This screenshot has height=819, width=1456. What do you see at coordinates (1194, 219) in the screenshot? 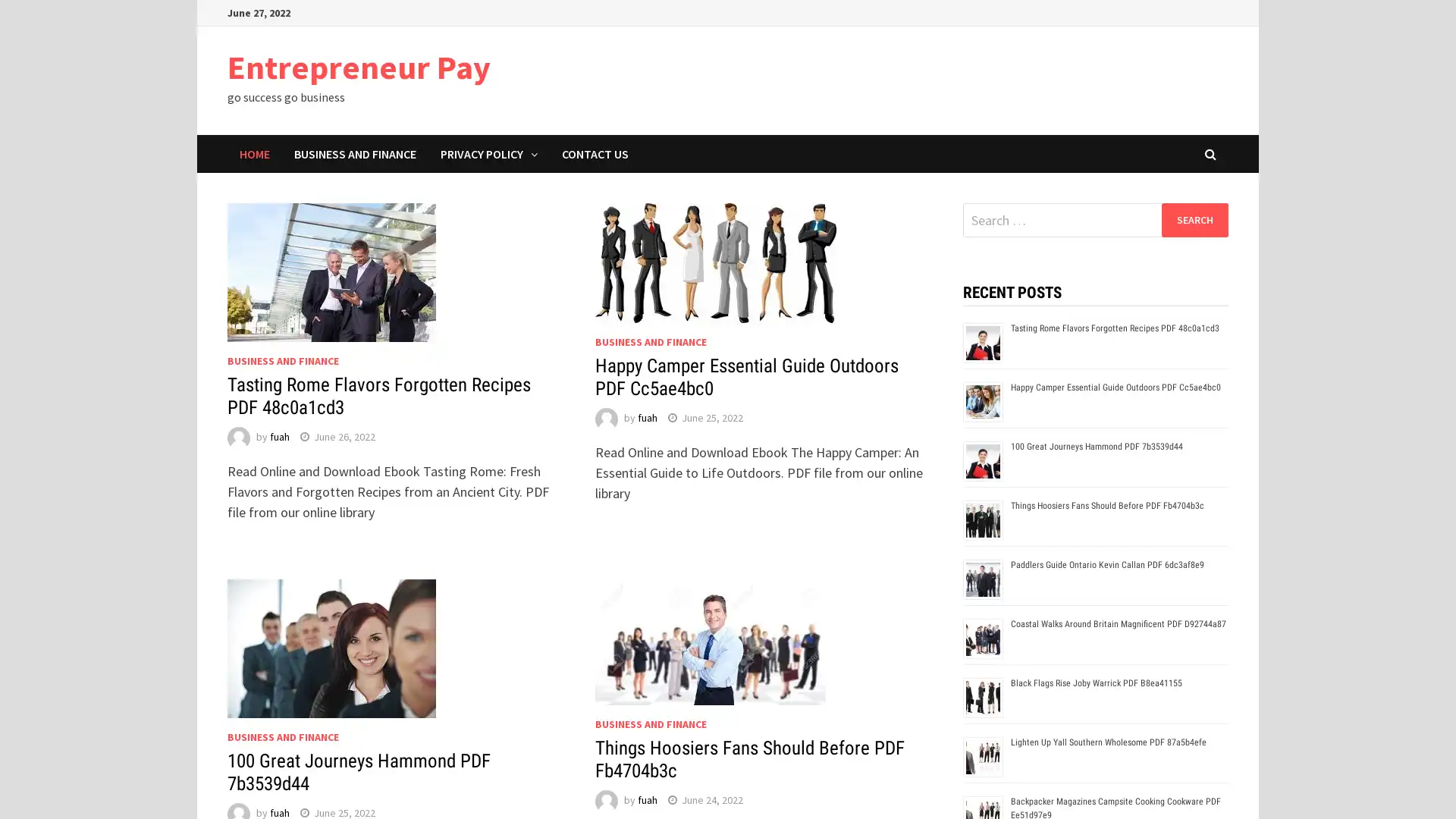
I see `Search` at bounding box center [1194, 219].